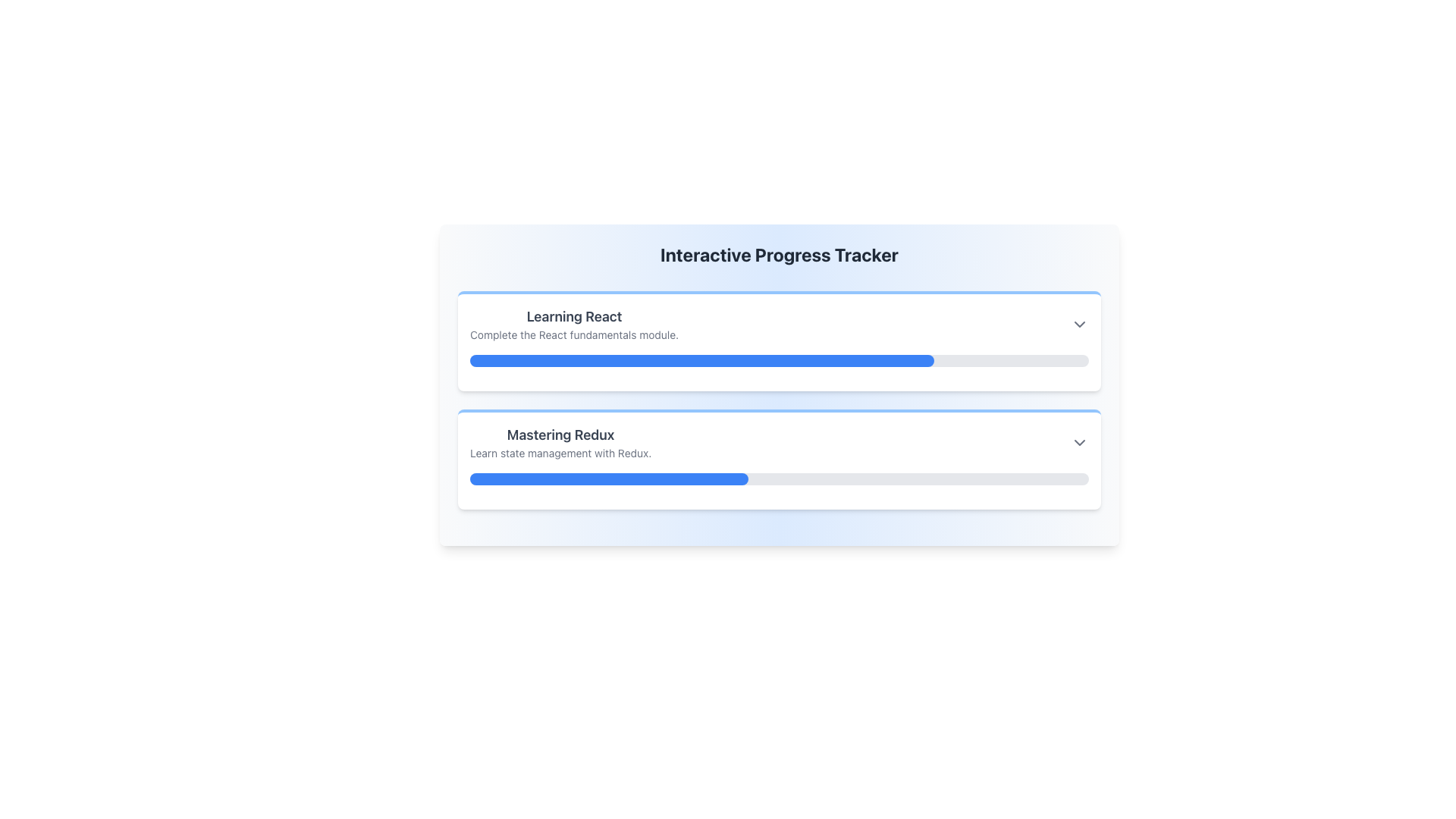  What do you see at coordinates (701, 360) in the screenshot?
I see `the blue progress indicator within the light gray progress bar labeled 'Learning React' that is filled to approximately three-quarters of its length` at bounding box center [701, 360].